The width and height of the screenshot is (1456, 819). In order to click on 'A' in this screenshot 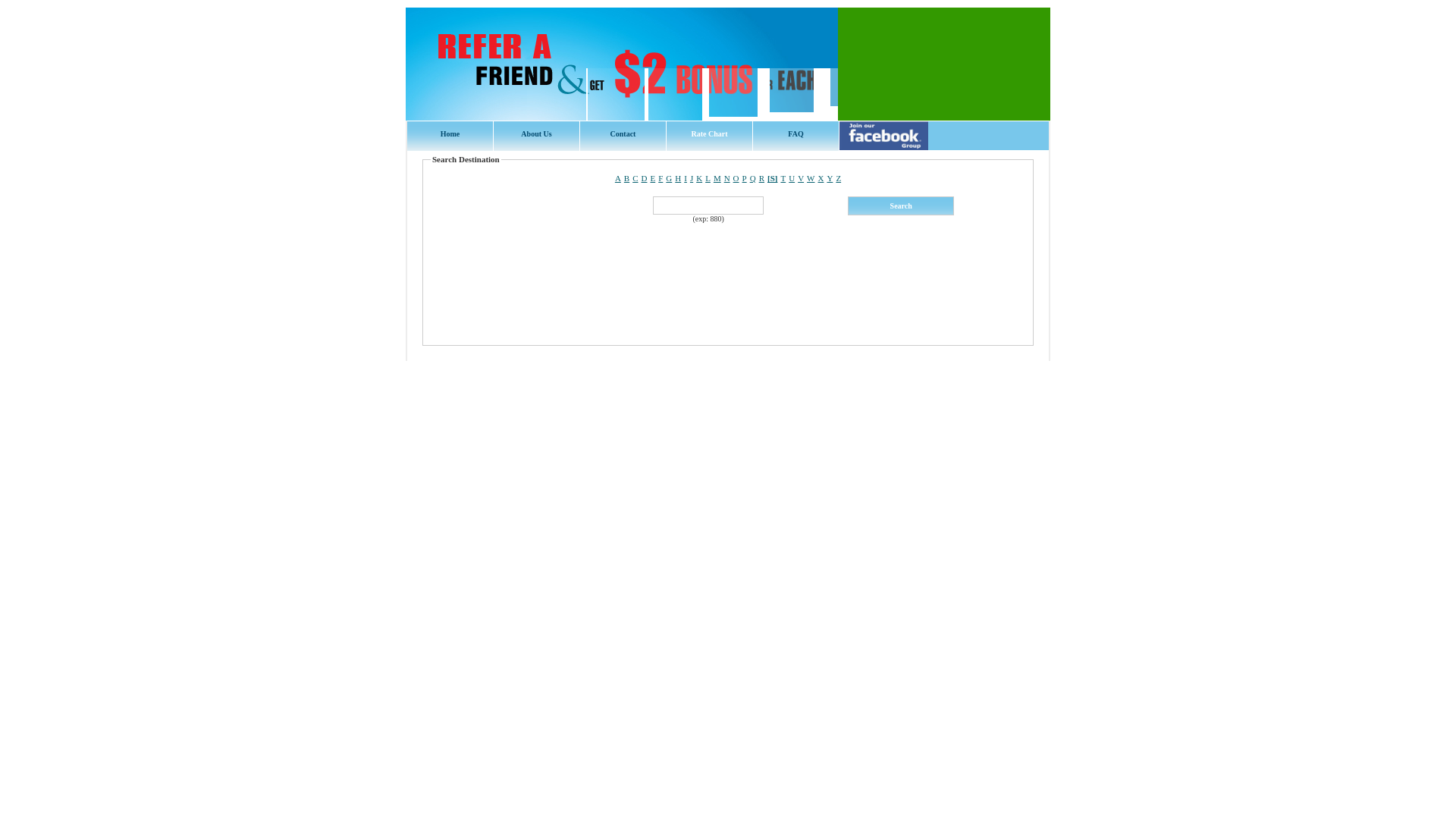, I will do `click(618, 177)`.